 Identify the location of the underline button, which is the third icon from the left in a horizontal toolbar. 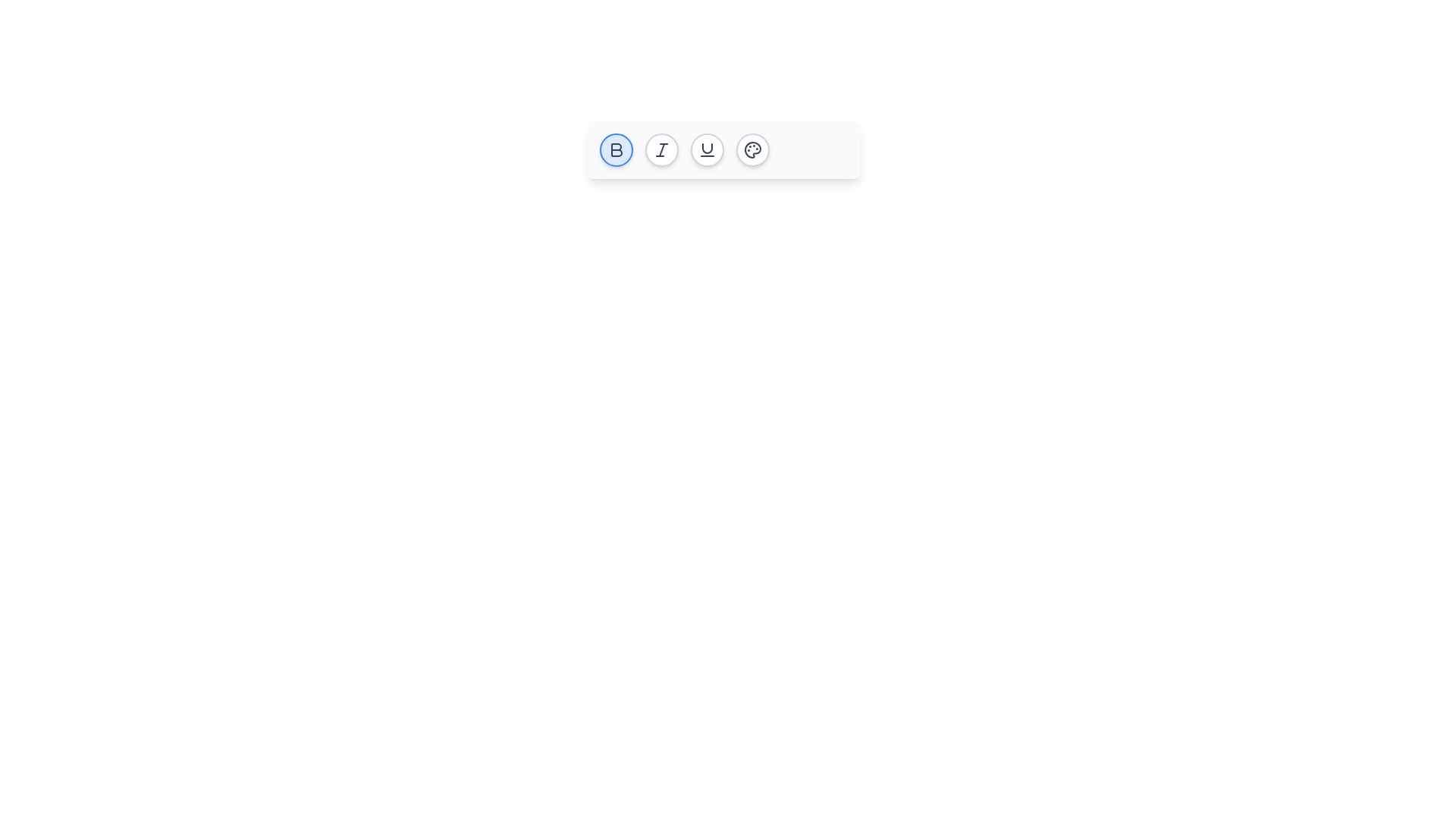
(706, 149).